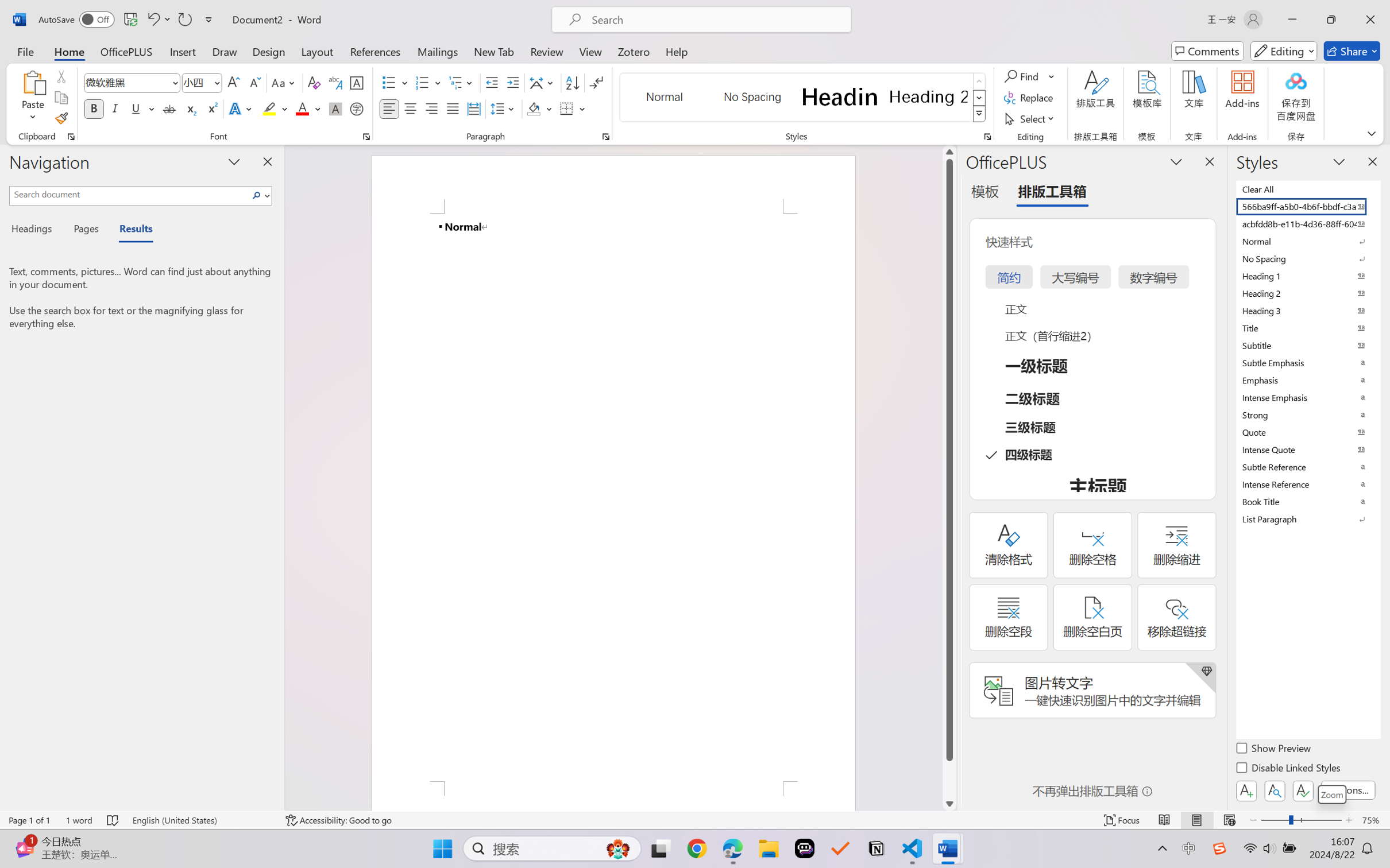  What do you see at coordinates (196, 83) in the screenshot?
I see `'Font Size'` at bounding box center [196, 83].